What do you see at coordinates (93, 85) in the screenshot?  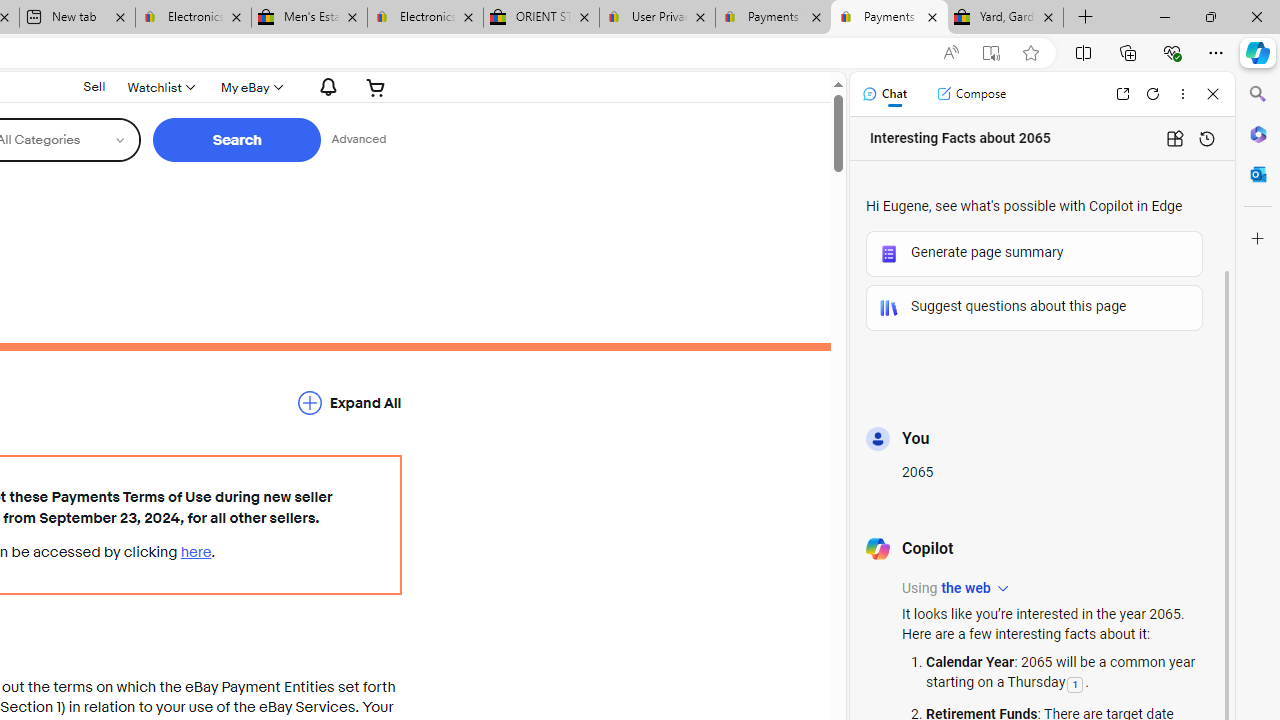 I see `'Sell'` at bounding box center [93, 85].